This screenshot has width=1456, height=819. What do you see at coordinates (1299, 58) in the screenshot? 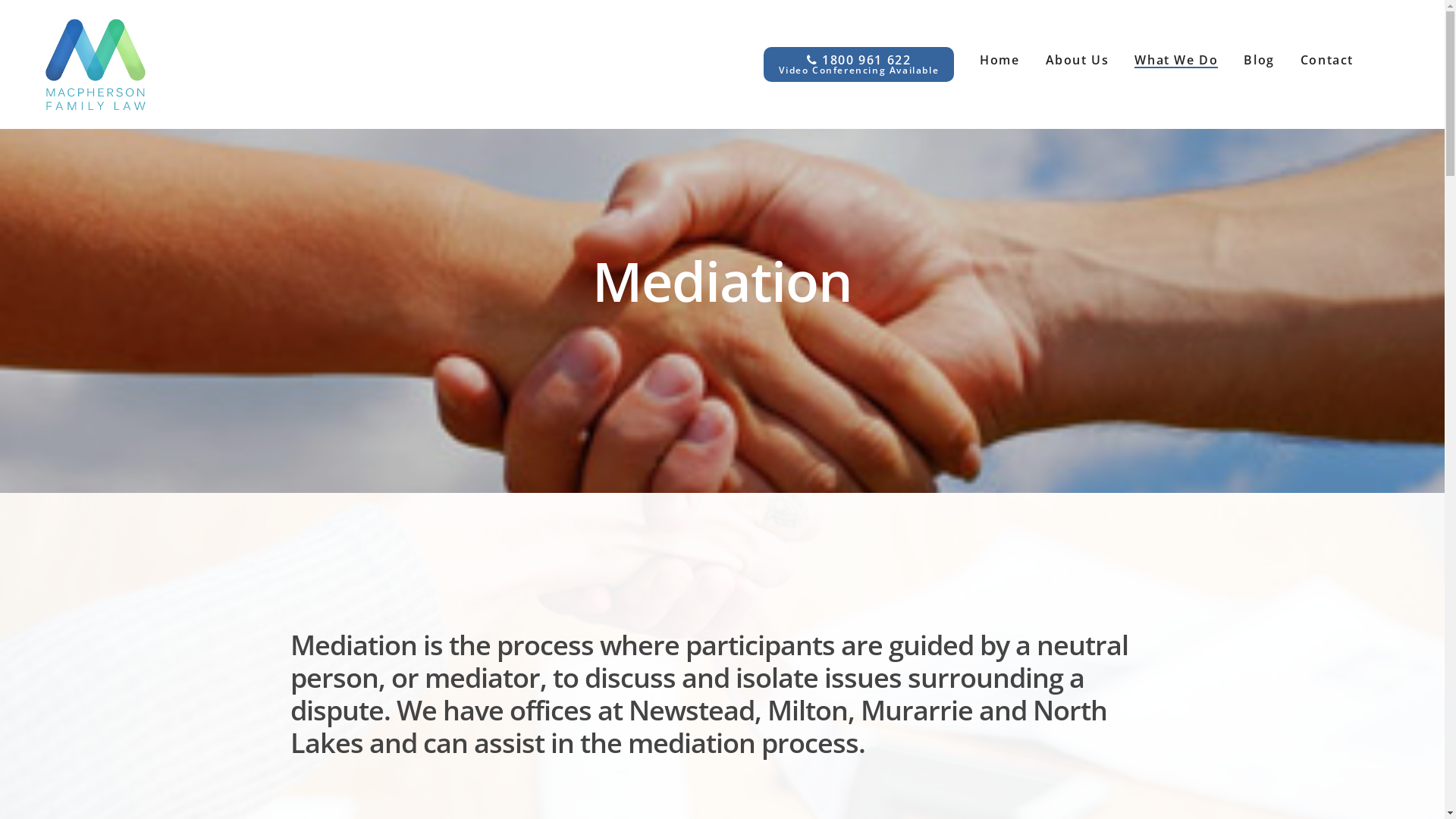
I see `'Contact'` at bounding box center [1299, 58].